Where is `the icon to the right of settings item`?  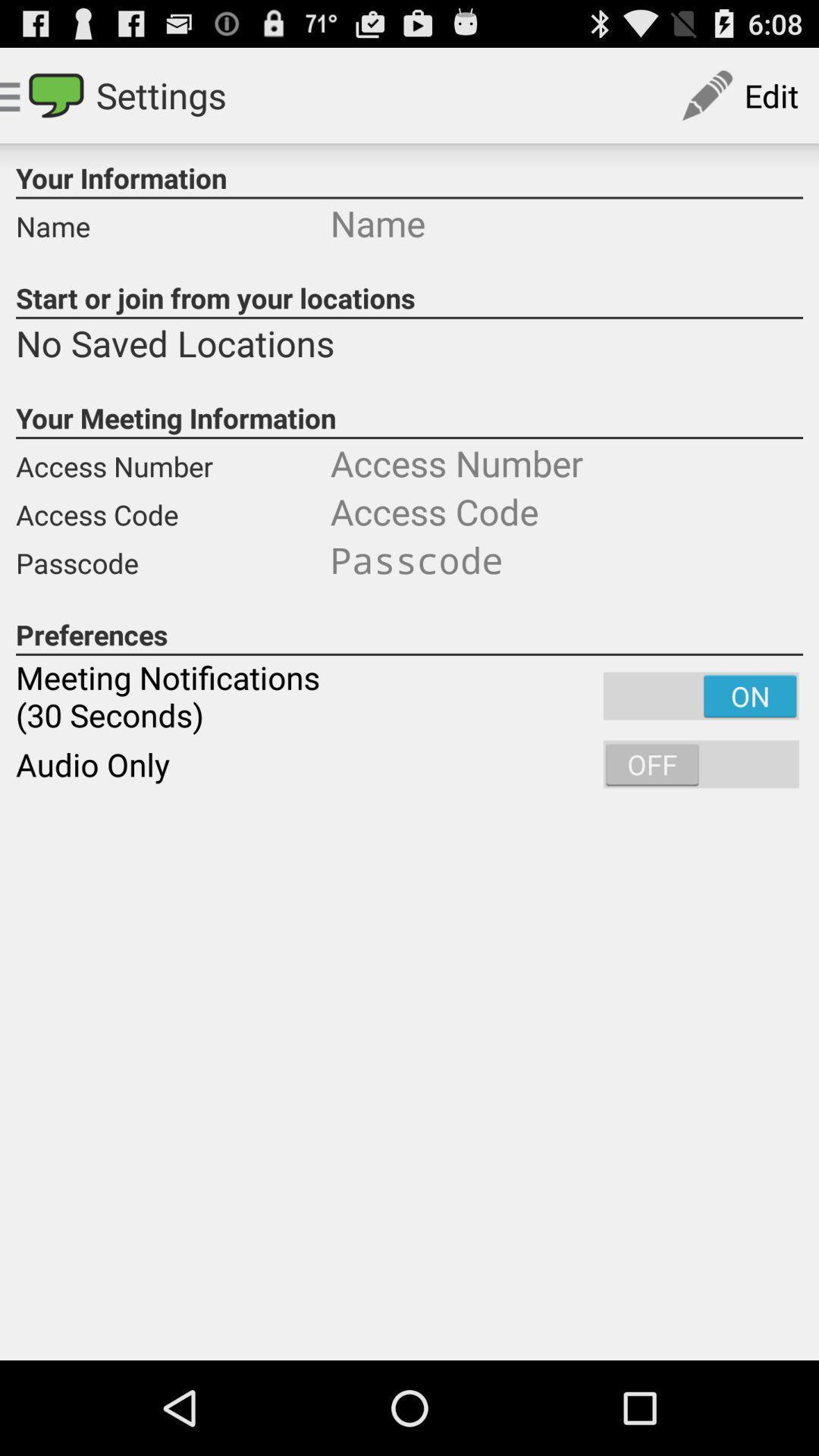 the icon to the right of settings item is located at coordinates (739, 94).